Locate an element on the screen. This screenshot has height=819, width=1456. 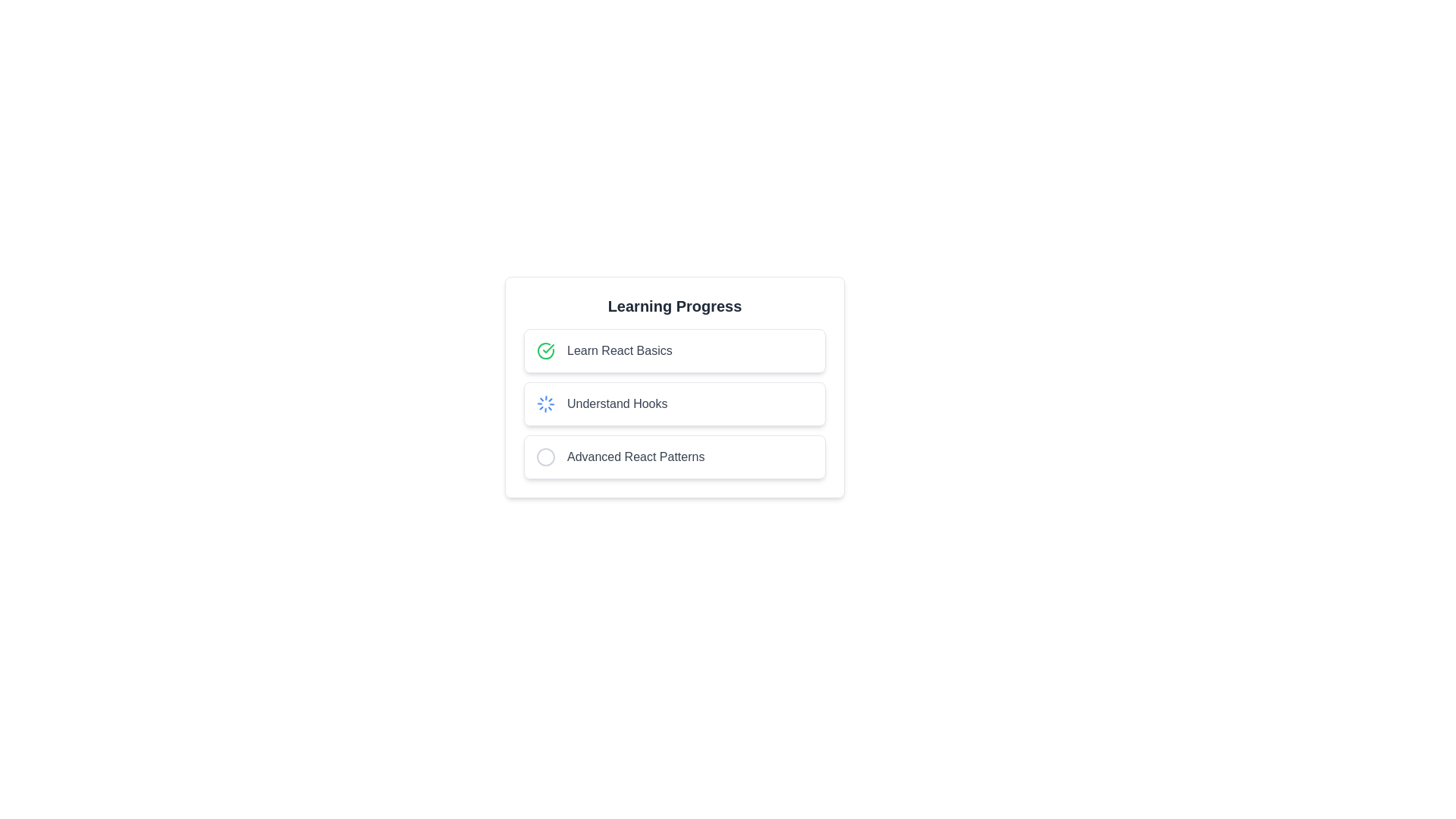
text label displaying 'Understand Hooks', which is the second item in a vertical list of learning progress modules, located below 'Learn React Basics' and above 'Advanced React Patterns' is located at coordinates (617, 403).